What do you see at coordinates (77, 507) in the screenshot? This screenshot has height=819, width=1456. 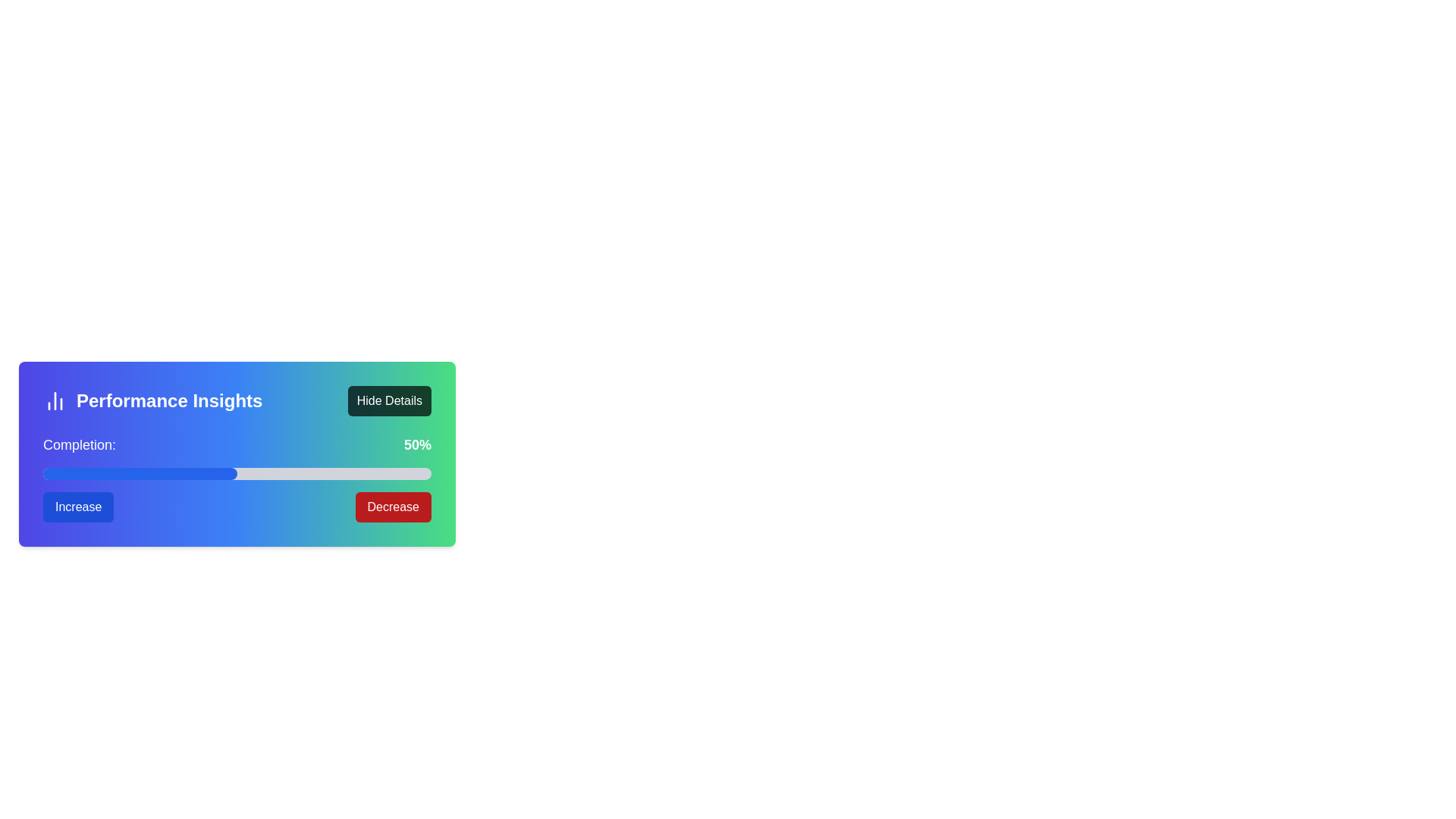 I see `the 'Increase' button located at the bottom left of the 'Performance Insights' section` at bounding box center [77, 507].